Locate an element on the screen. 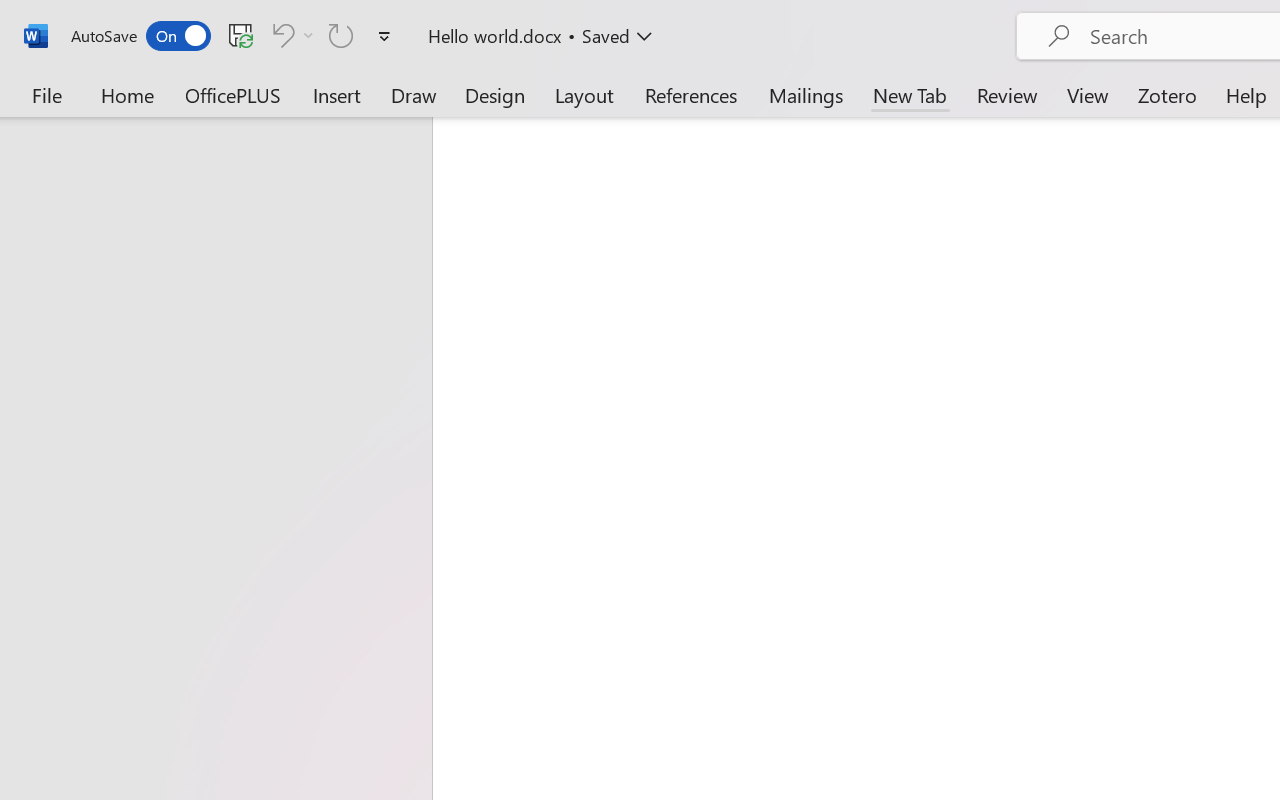 The height and width of the screenshot is (800, 1280). 'Layout' is located at coordinates (583, 94).